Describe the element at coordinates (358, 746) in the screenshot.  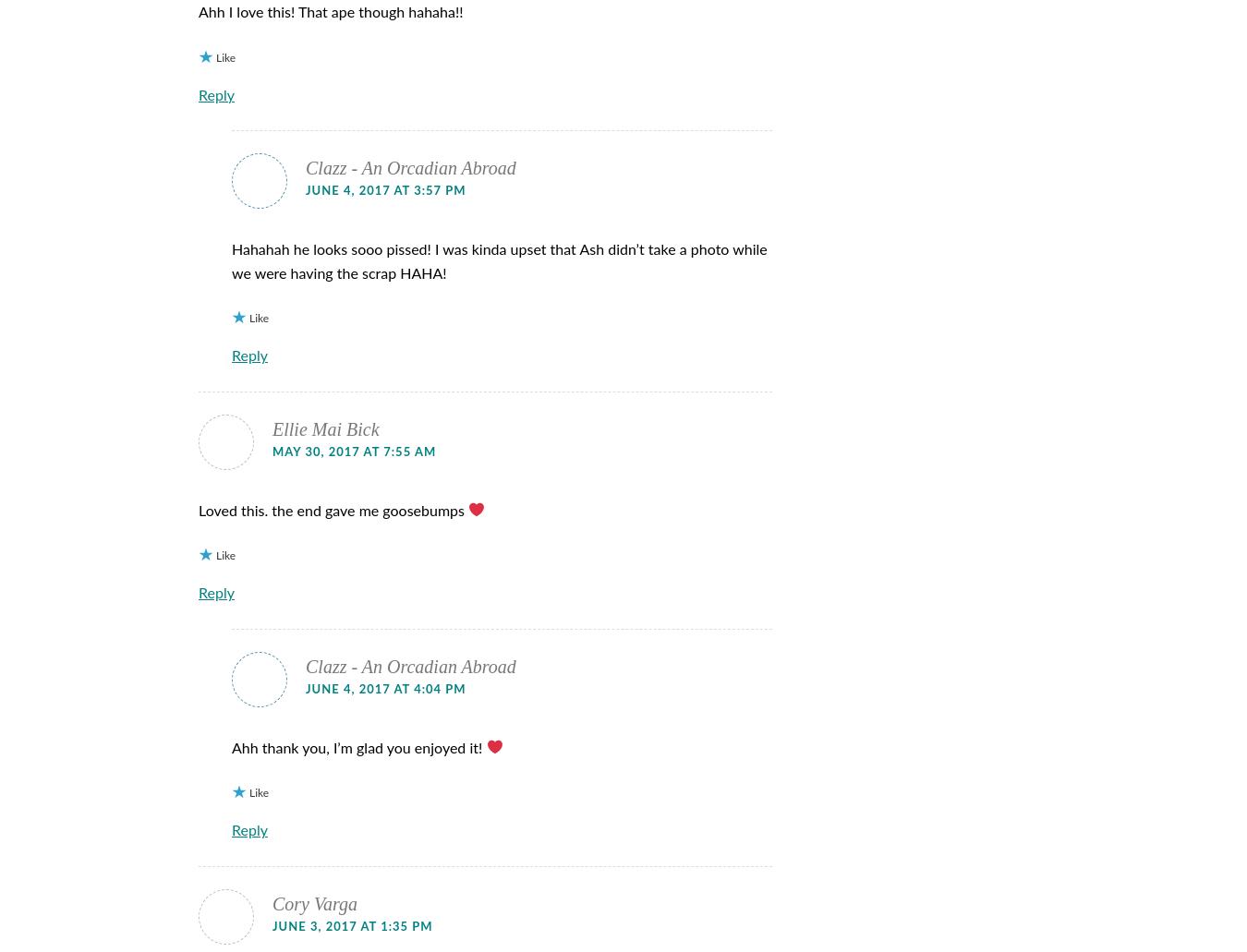
I see `'Ahh thank you, I’m glad you enjoyed it!'` at that location.